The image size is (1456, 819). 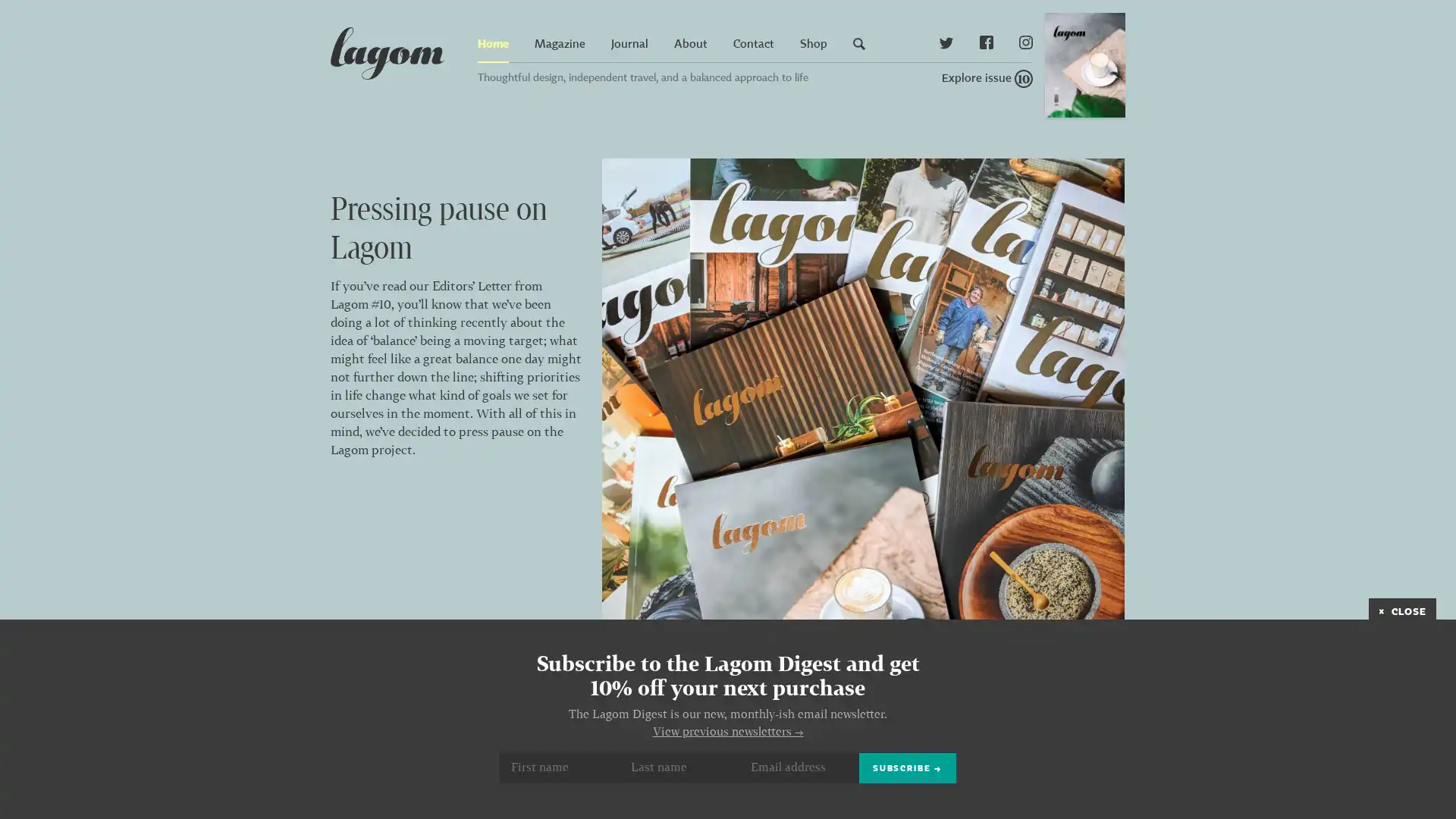 What do you see at coordinates (1185, 60) in the screenshot?
I see `Go` at bounding box center [1185, 60].